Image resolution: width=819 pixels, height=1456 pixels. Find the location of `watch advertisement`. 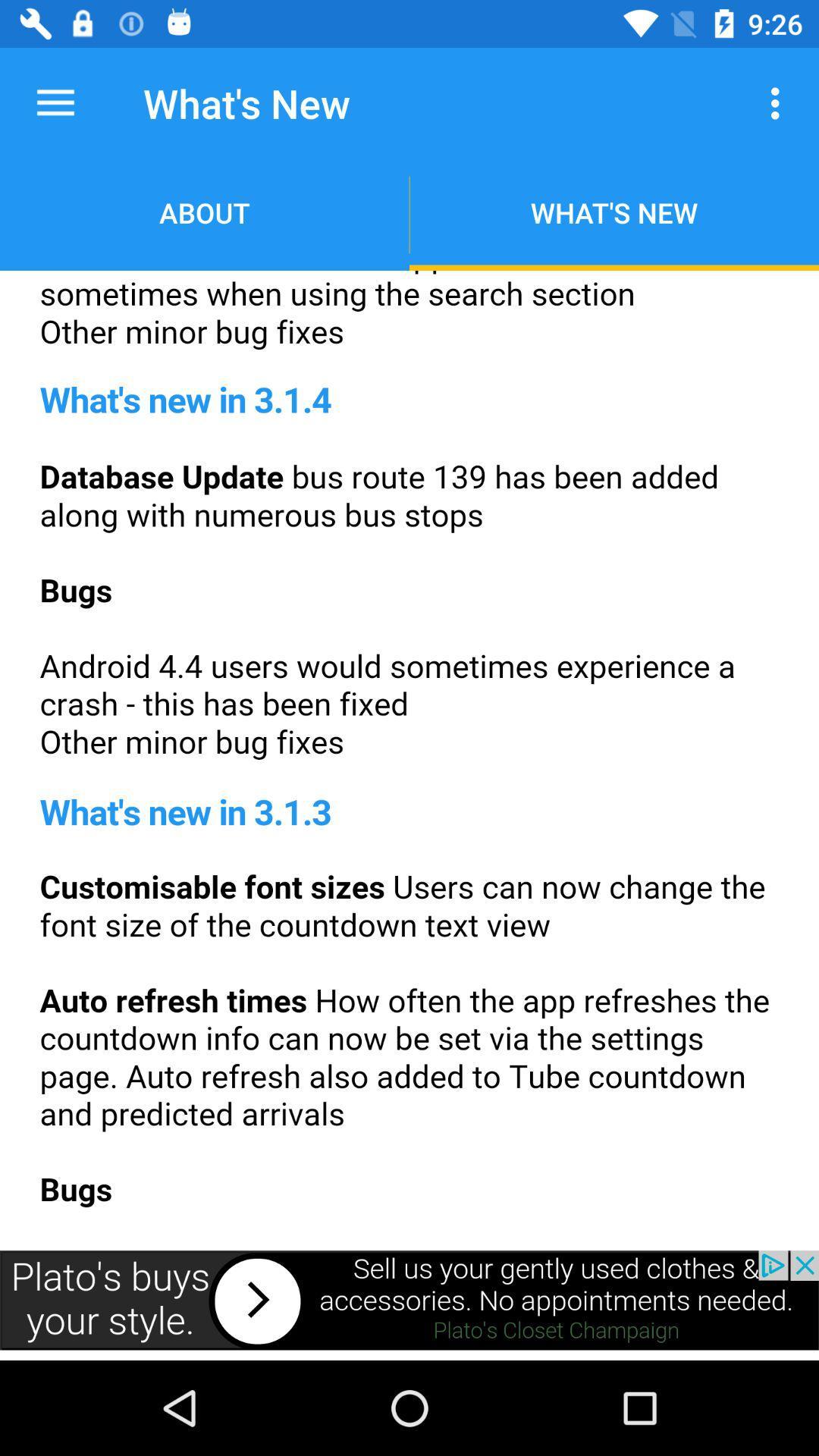

watch advertisement is located at coordinates (409, 1299).